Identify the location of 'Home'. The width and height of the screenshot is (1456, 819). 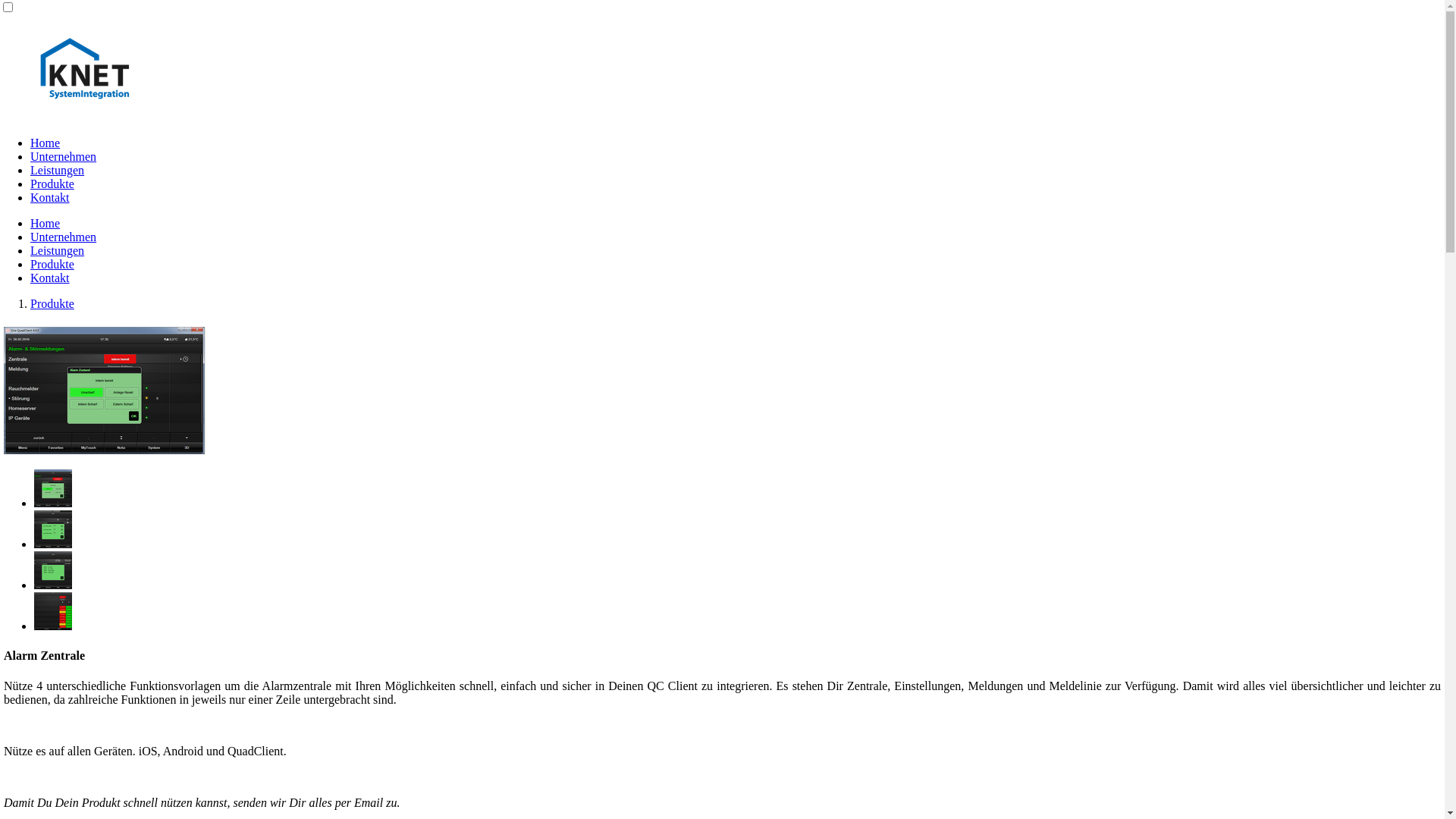
(45, 223).